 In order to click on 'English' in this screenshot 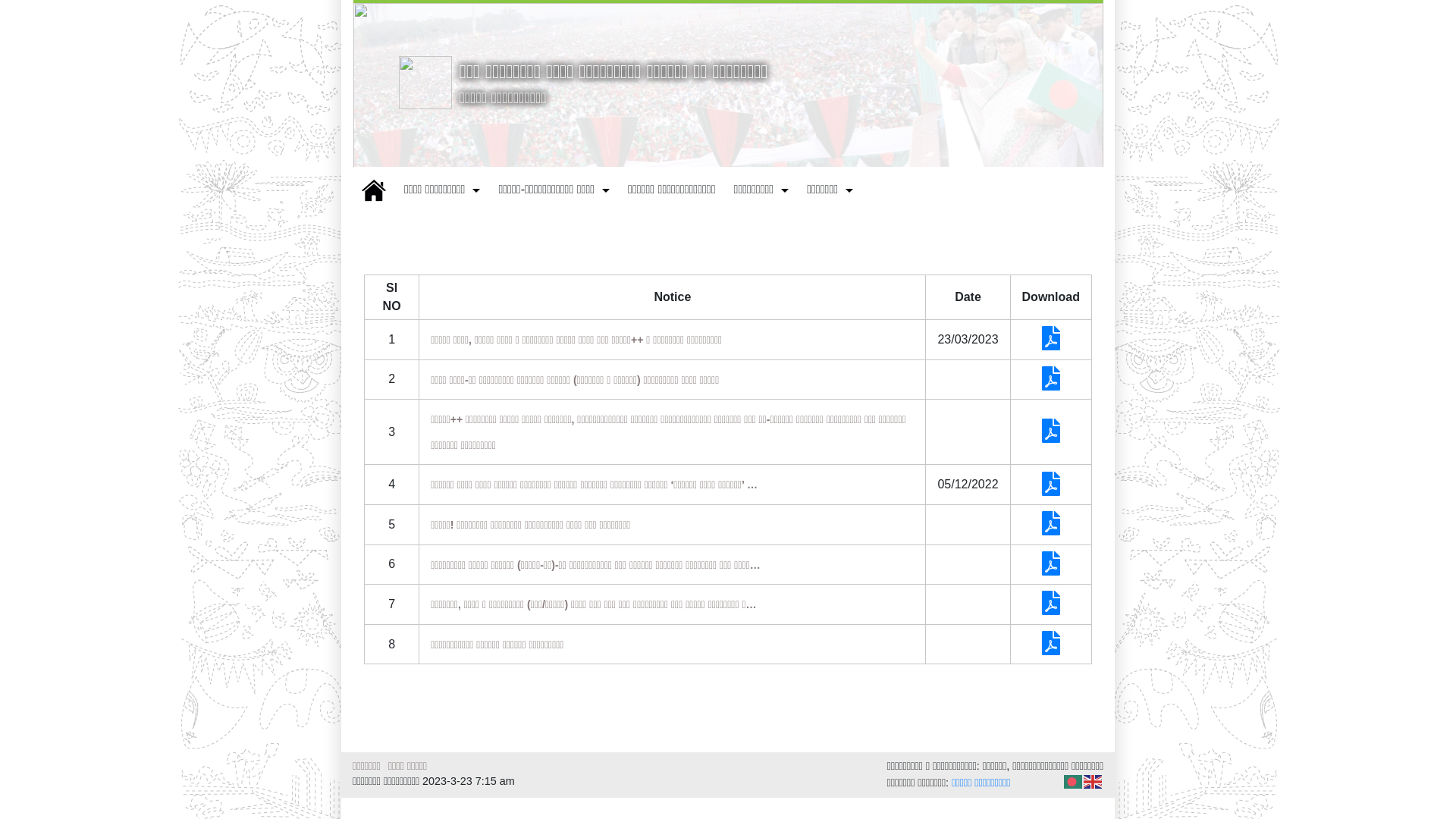, I will do `click(1093, 781)`.